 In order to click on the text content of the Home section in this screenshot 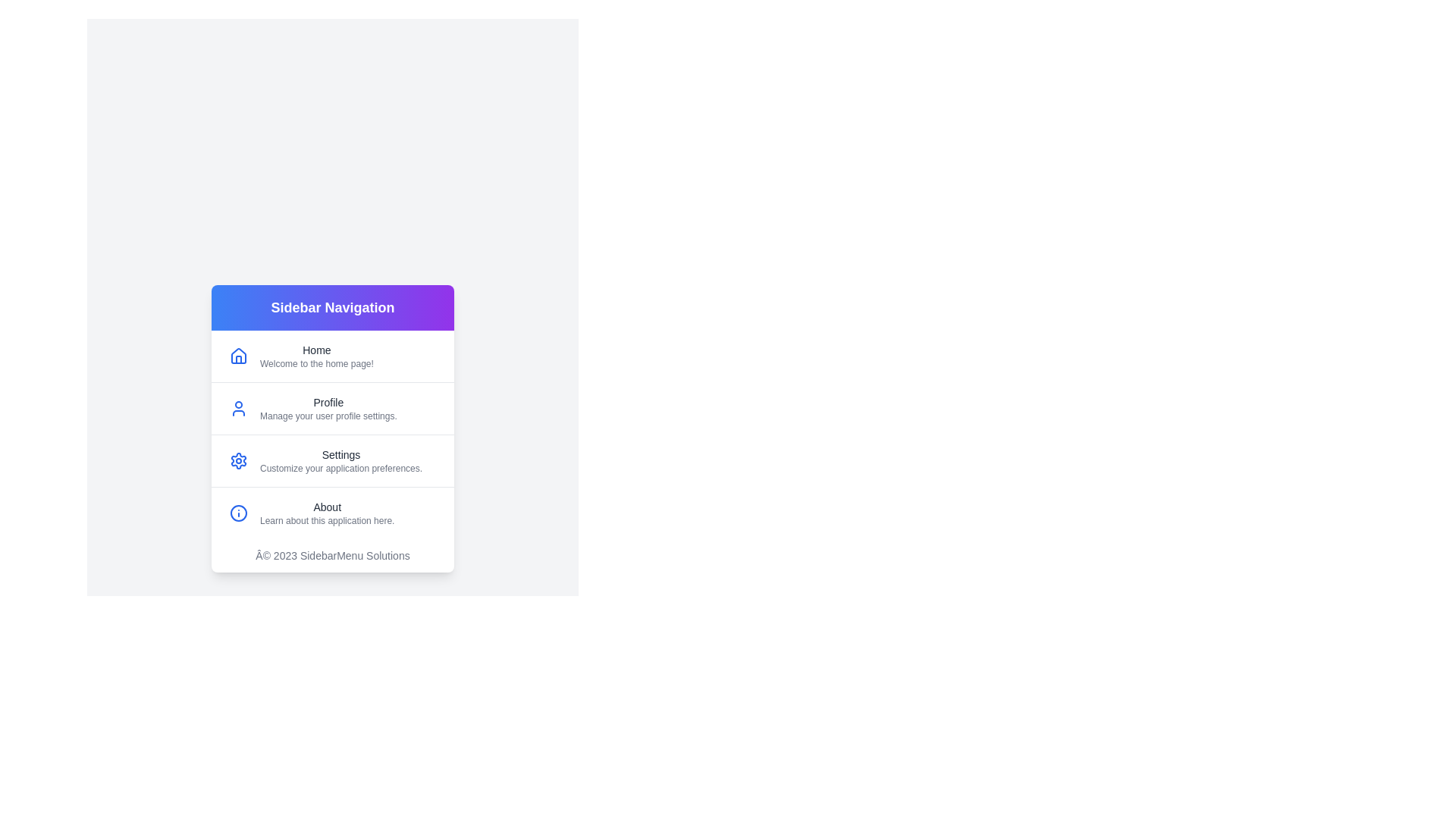, I will do `click(259, 350)`.